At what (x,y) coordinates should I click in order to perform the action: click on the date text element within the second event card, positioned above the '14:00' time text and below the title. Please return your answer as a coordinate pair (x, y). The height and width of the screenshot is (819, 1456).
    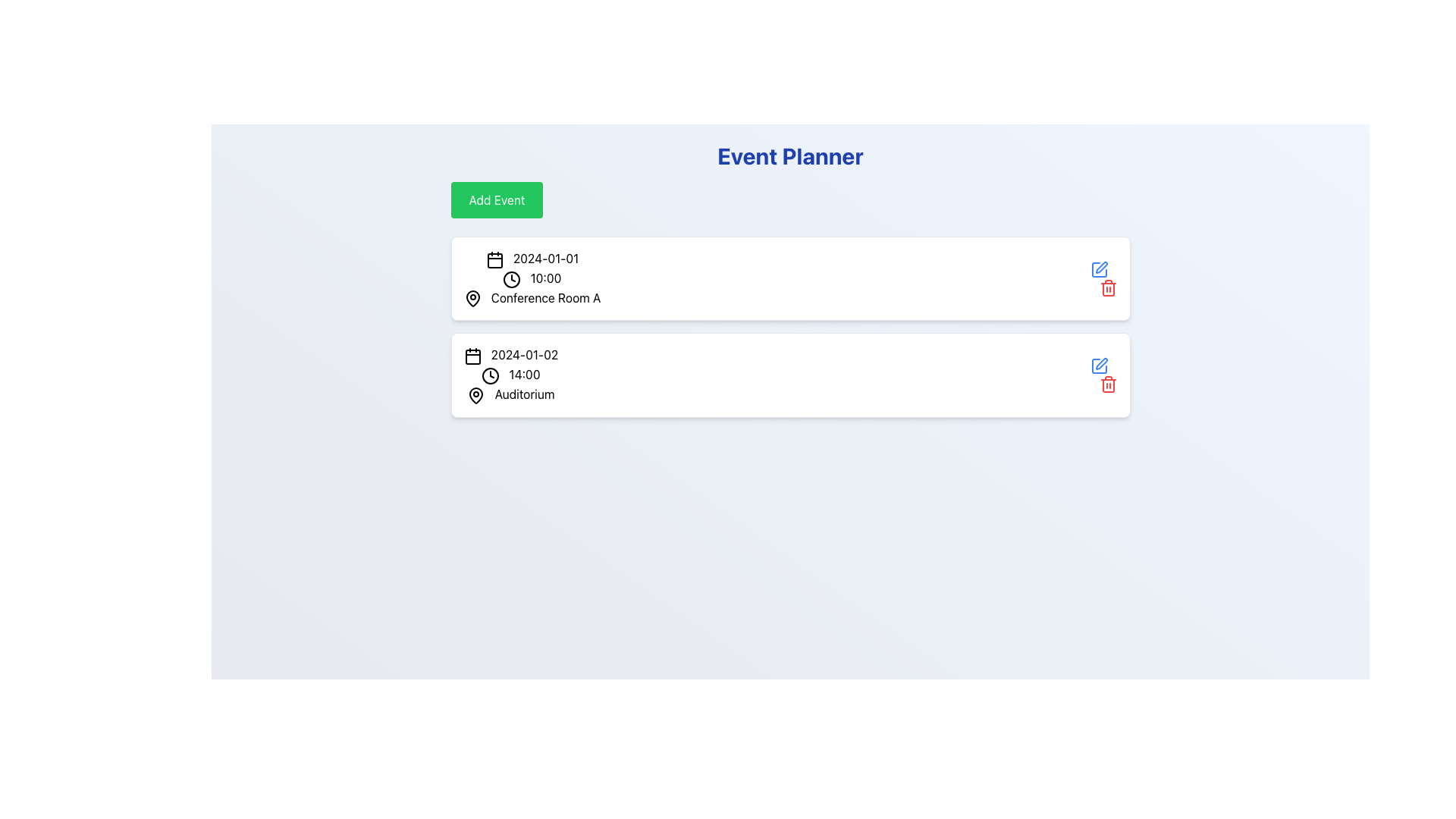
    Looking at the image, I should click on (510, 356).